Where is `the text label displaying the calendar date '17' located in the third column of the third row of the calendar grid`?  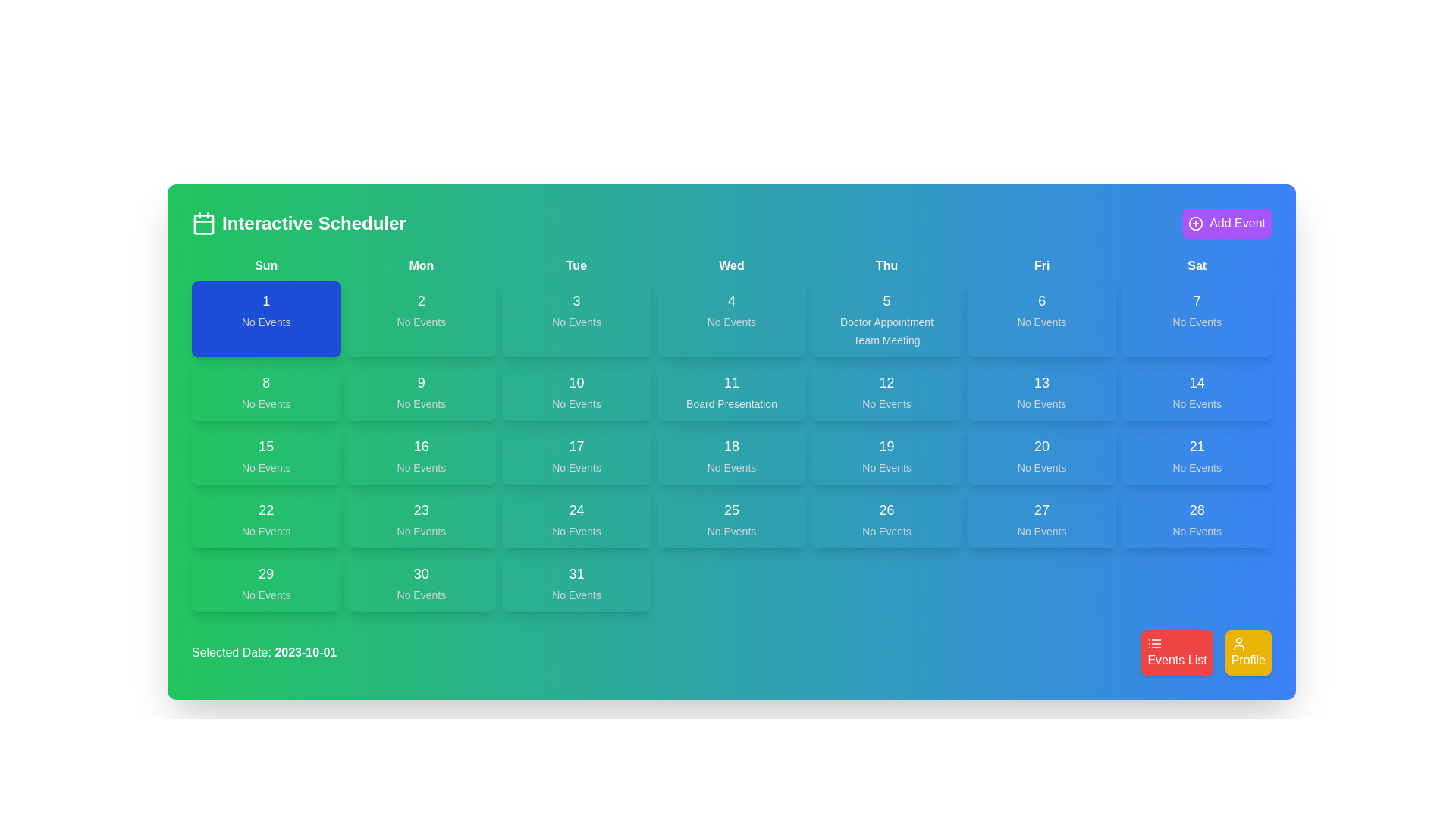 the text label displaying the calendar date '17' located in the third column of the third row of the calendar grid is located at coordinates (576, 446).